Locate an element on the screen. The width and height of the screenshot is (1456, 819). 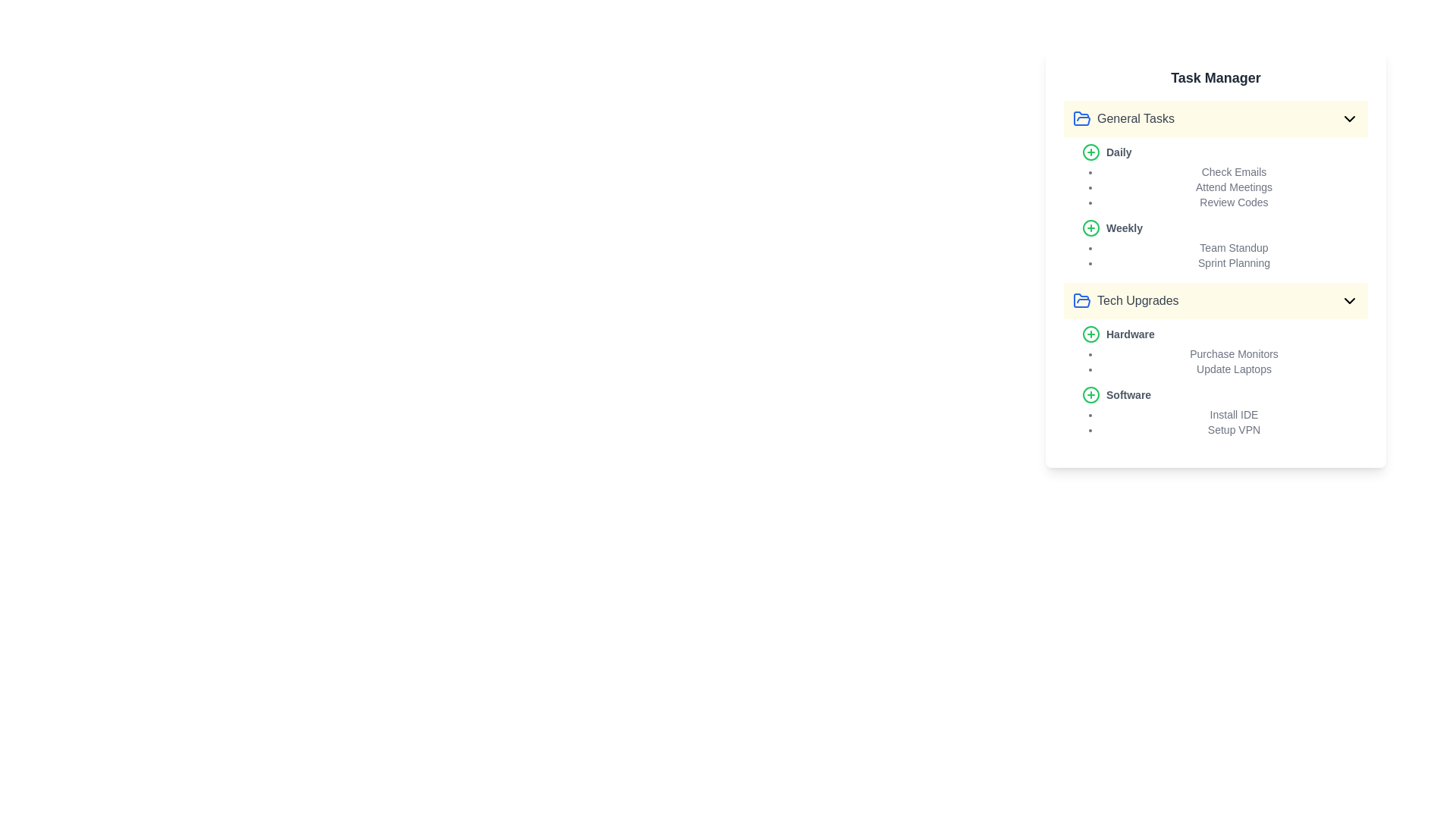
the SVG element that is part of the interactive icon indicating functionality related to adding or modifying tasks in the 'Weekly' task label of the 'General Tasks' section for accessibility interactions is located at coordinates (1090, 227).